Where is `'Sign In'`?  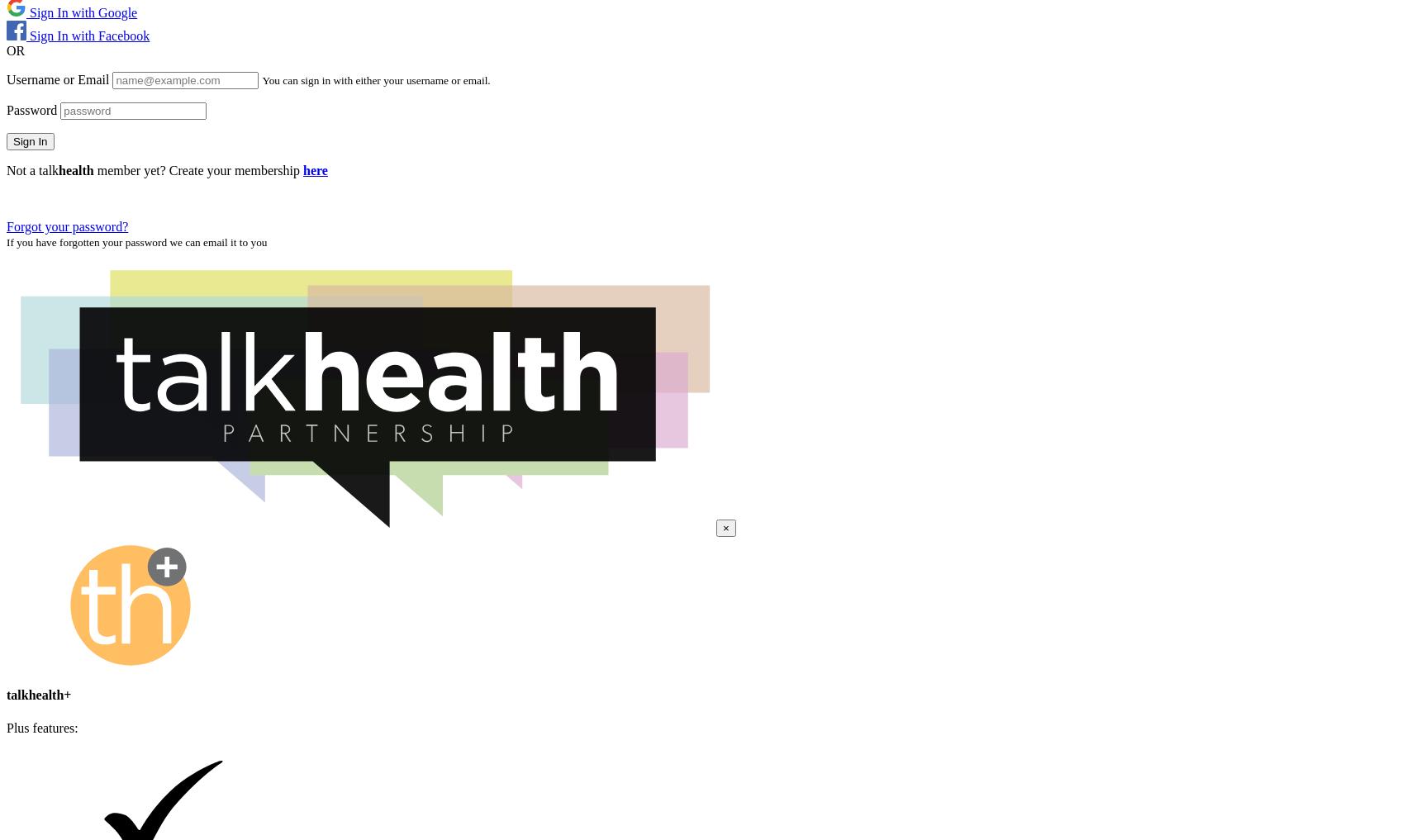 'Sign In' is located at coordinates (30, 140).